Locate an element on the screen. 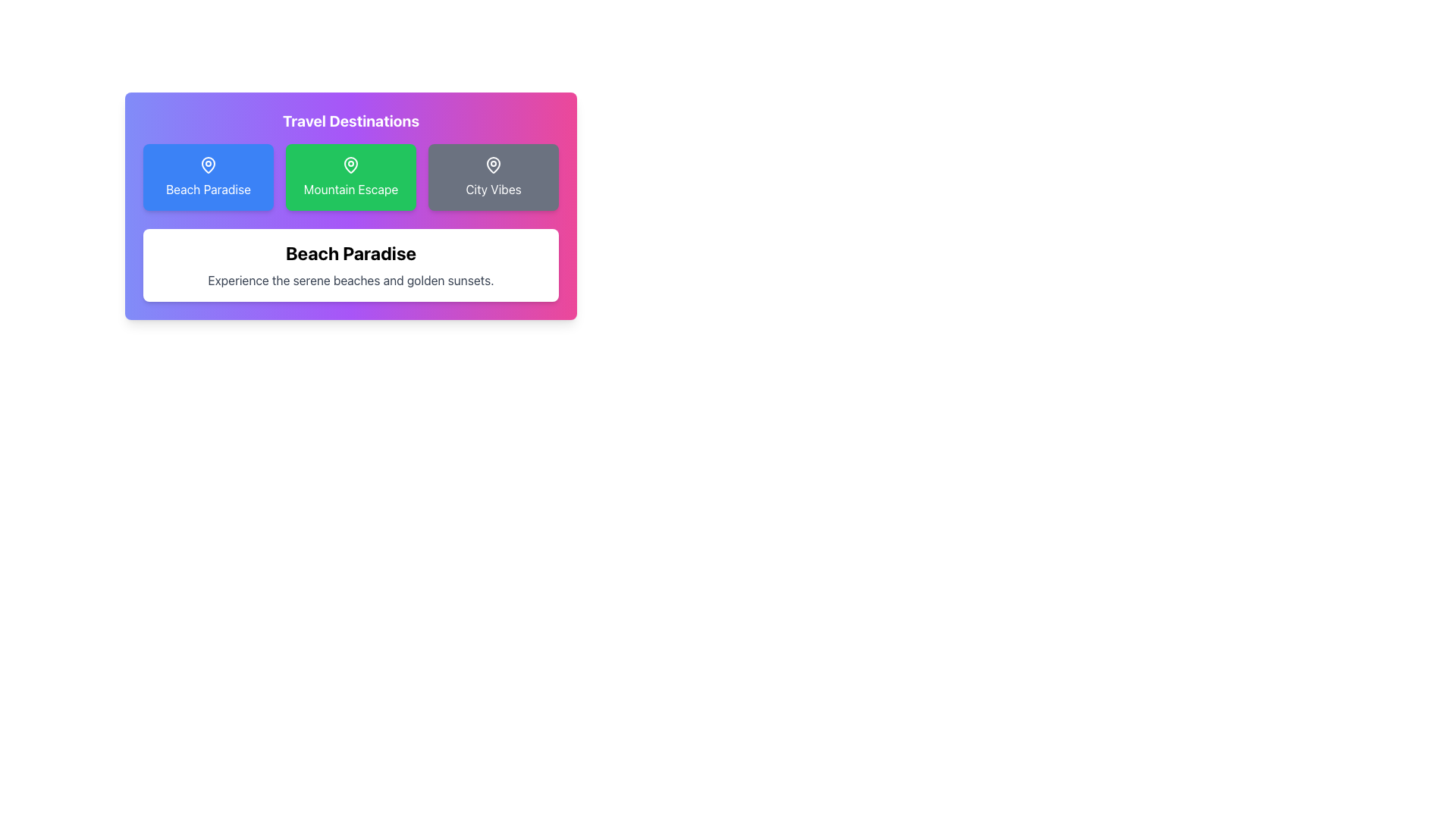 This screenshot has height=819, width=1456. the rounded rectangular button labeled 'City Vibes' with a gray background and a white map pin icon above the text is located at coordinates (494, 177).